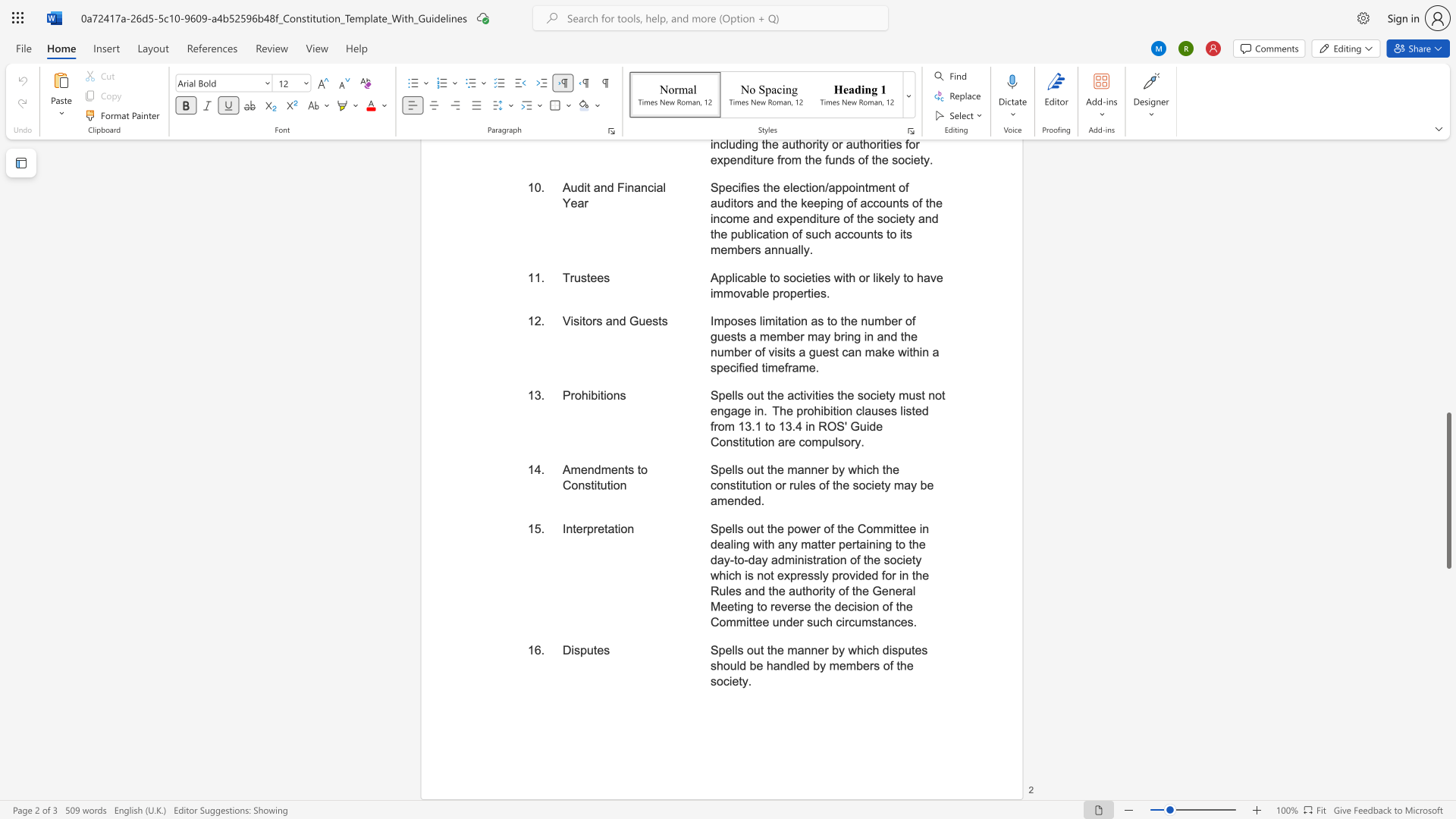 This screenshot has width=1456, height=819. I want to click on the subset text "ts to Con" within the text "Amendments to Constitution", so click(624, 469).